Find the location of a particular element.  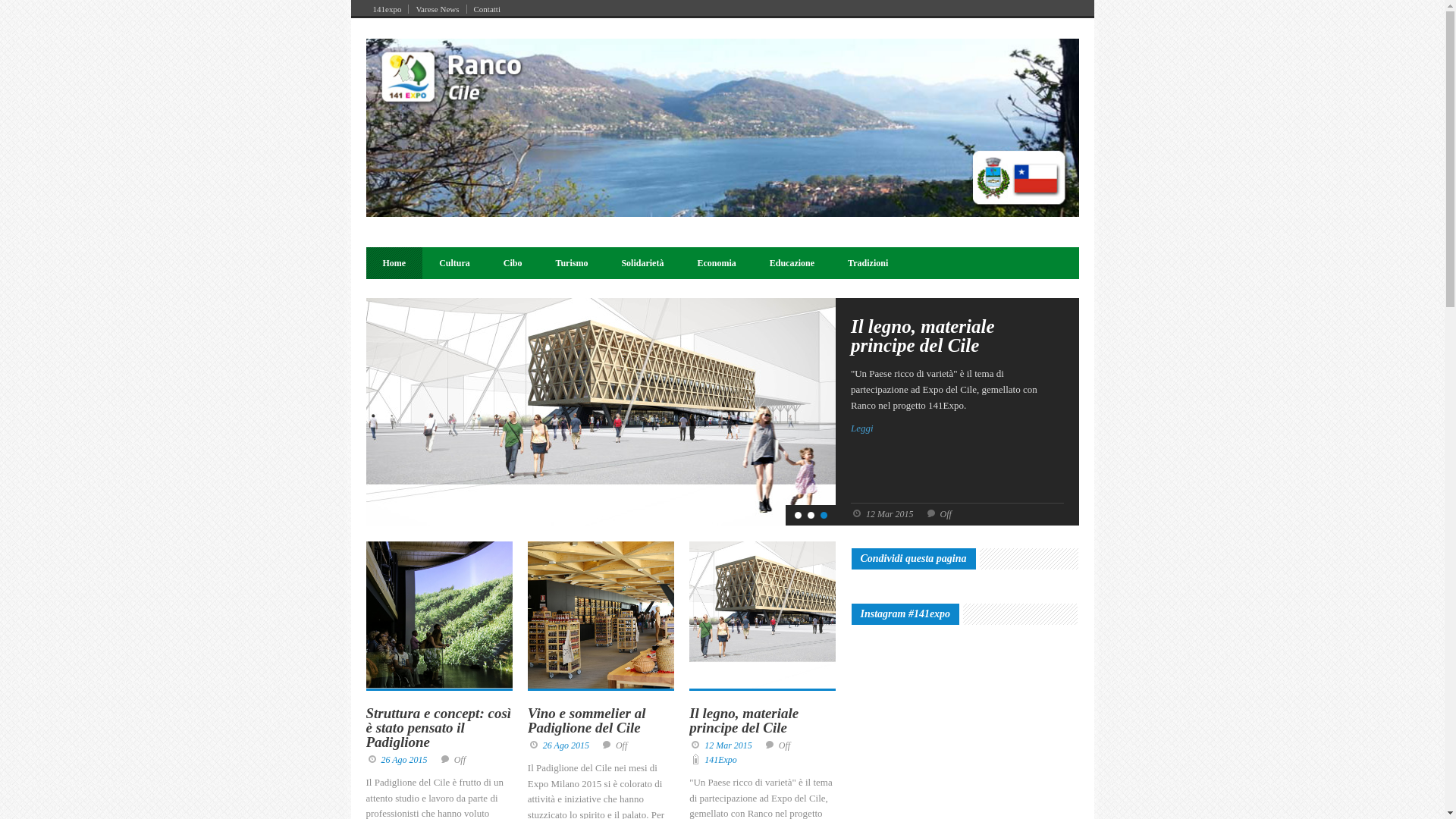

'Varese News' is located at coordinates (436, 8).